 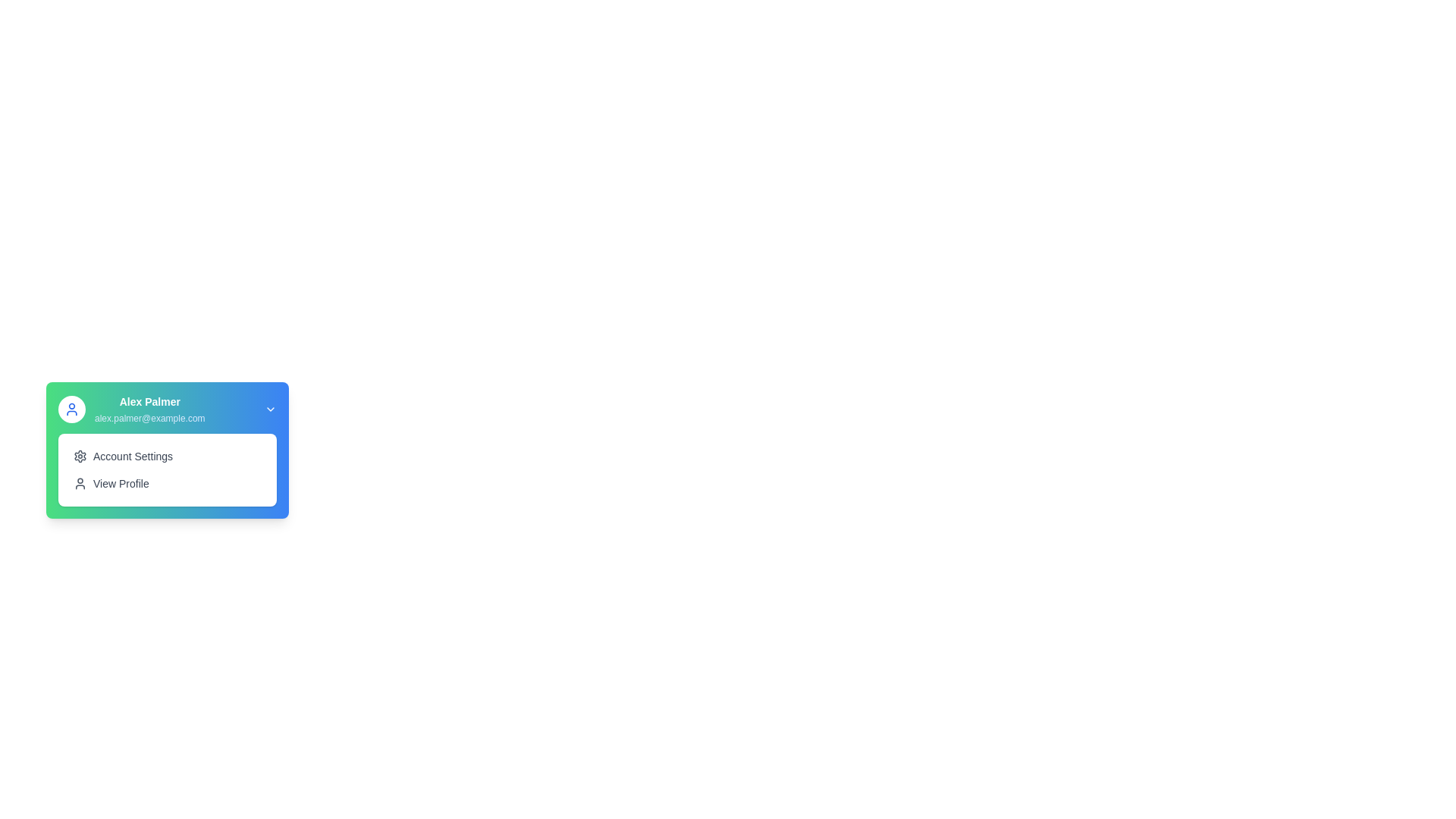 What do you see at coordinates (71, 409) in the screenshot?
I see `the user silhouette icon located in the upper left of the user profile card, which is styled in blue and set against a white circular background` at bounding box center [71, 409].